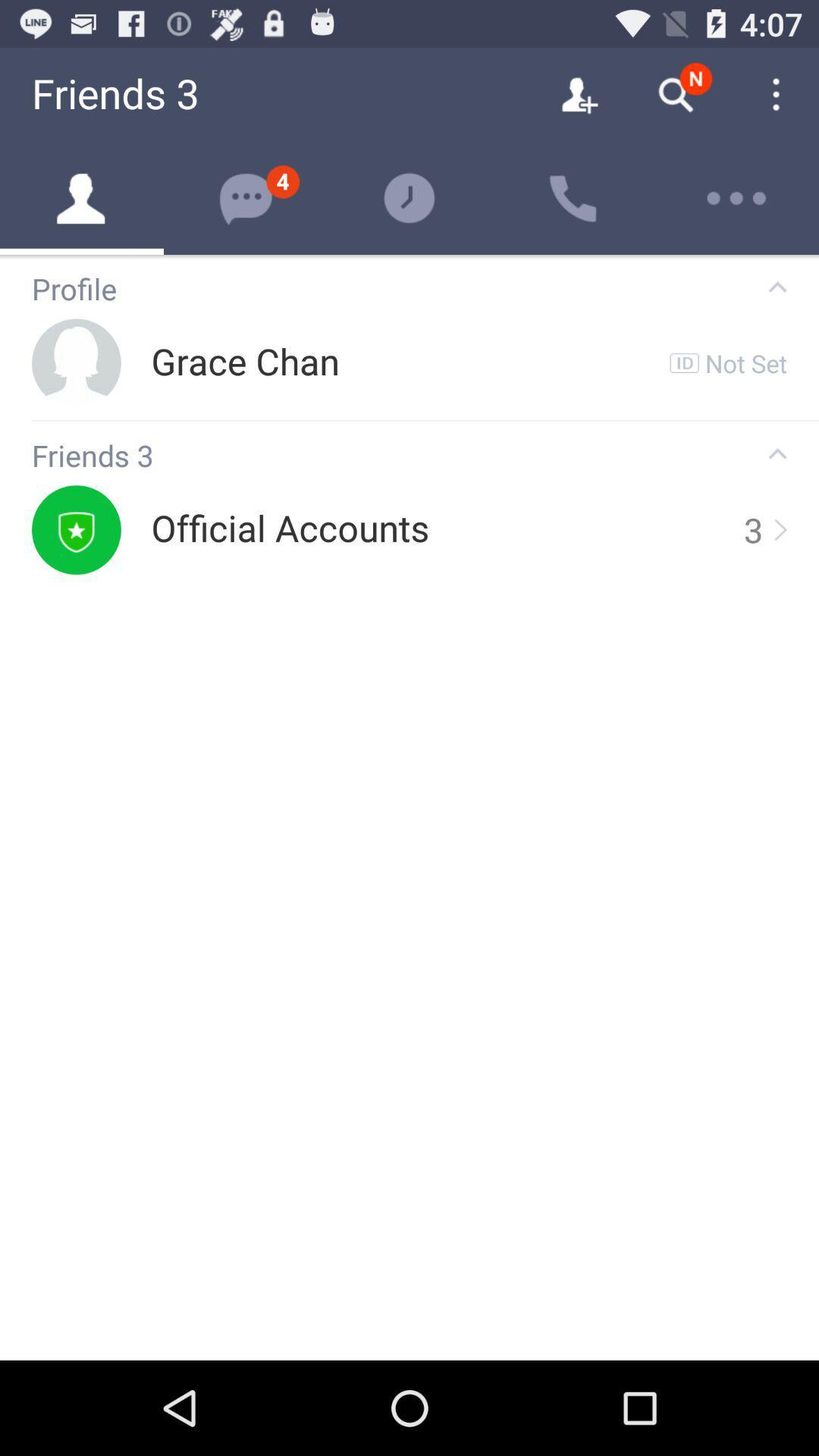 The height and width of the screenshot is (1456, 819). Describe the element at coordinates (736, 198) in the screenshot. I see `the more icon` at that location.